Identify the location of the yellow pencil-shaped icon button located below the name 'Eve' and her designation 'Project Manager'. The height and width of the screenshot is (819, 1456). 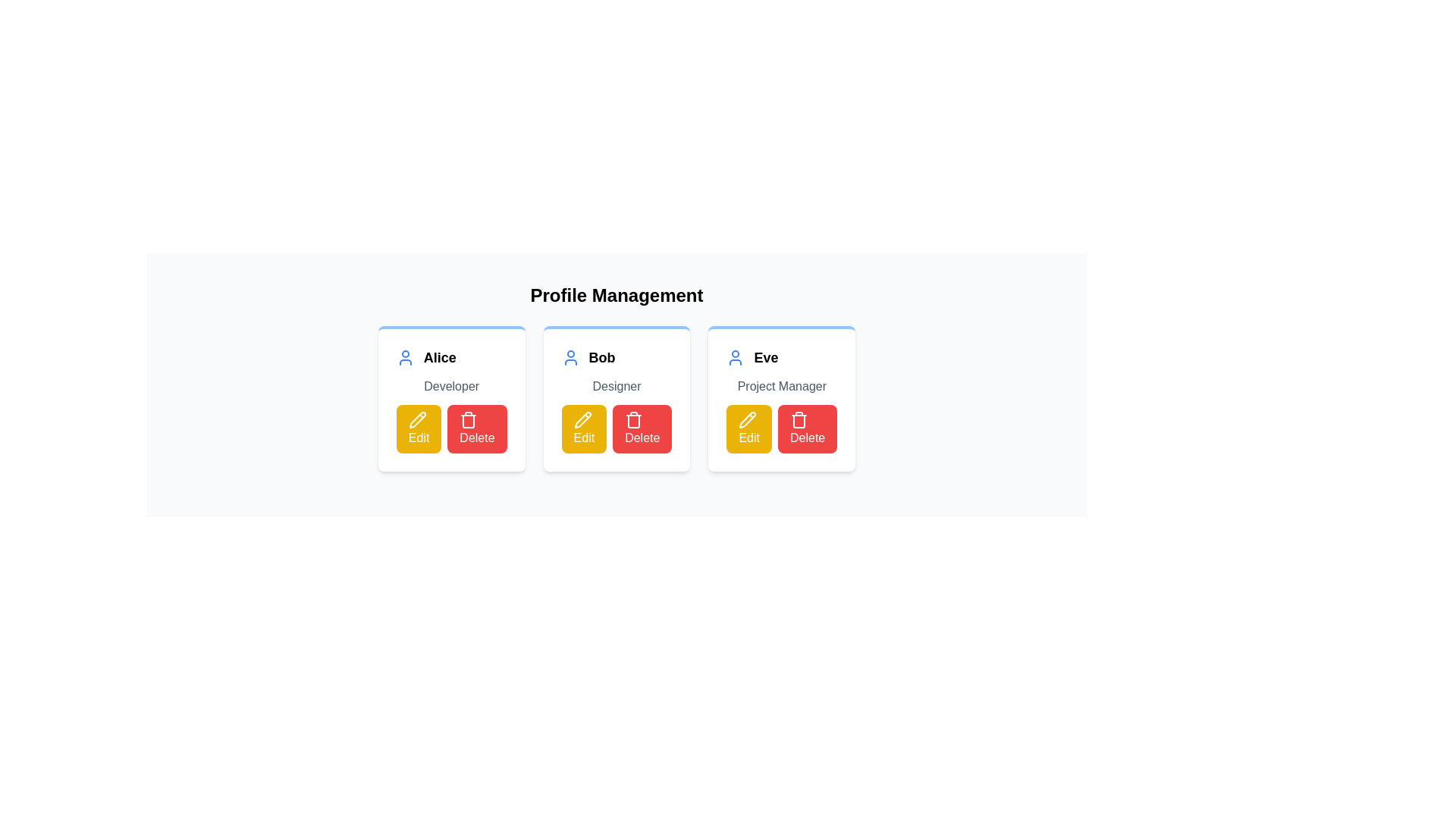
(748, 420).